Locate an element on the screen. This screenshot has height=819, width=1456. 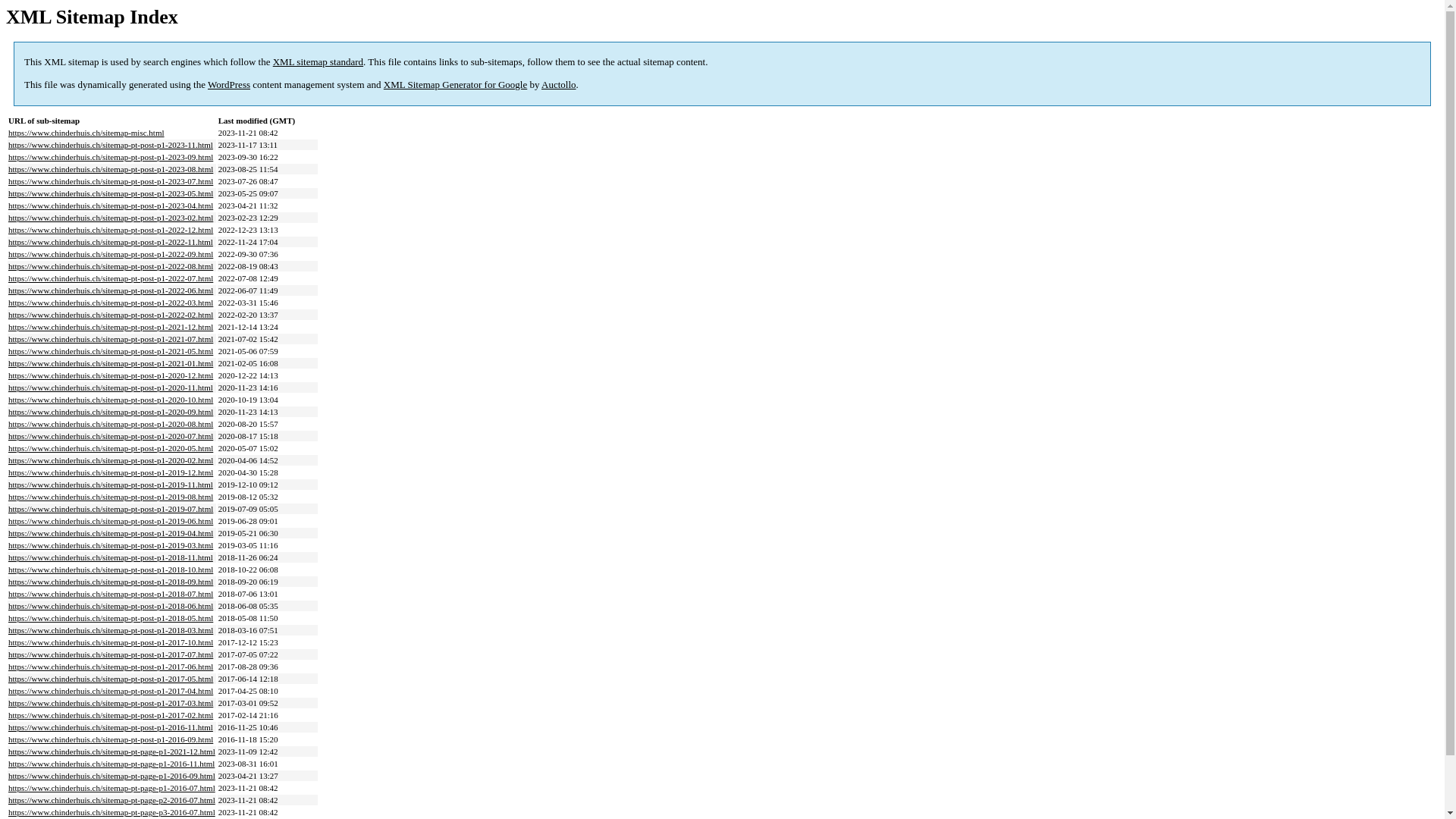
'https://www.chinderhuis.ch/sitemap-pt-post-p1-2018-03.html' is located at coordinates (109, 629).